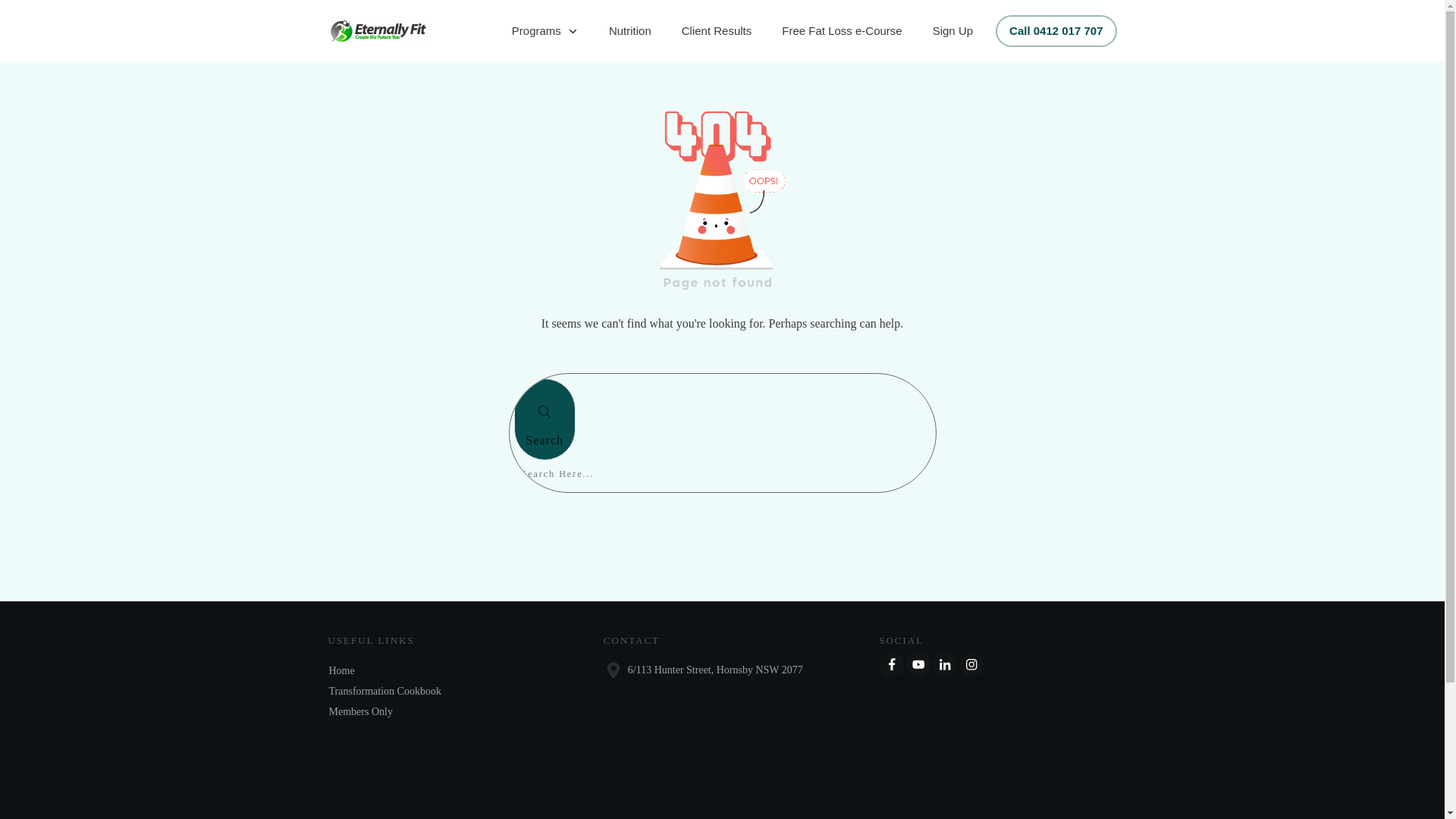  What do you see at coordinates (545, 419) in the screenshot?
I see `'Search'` at bounding box center [545, 419].